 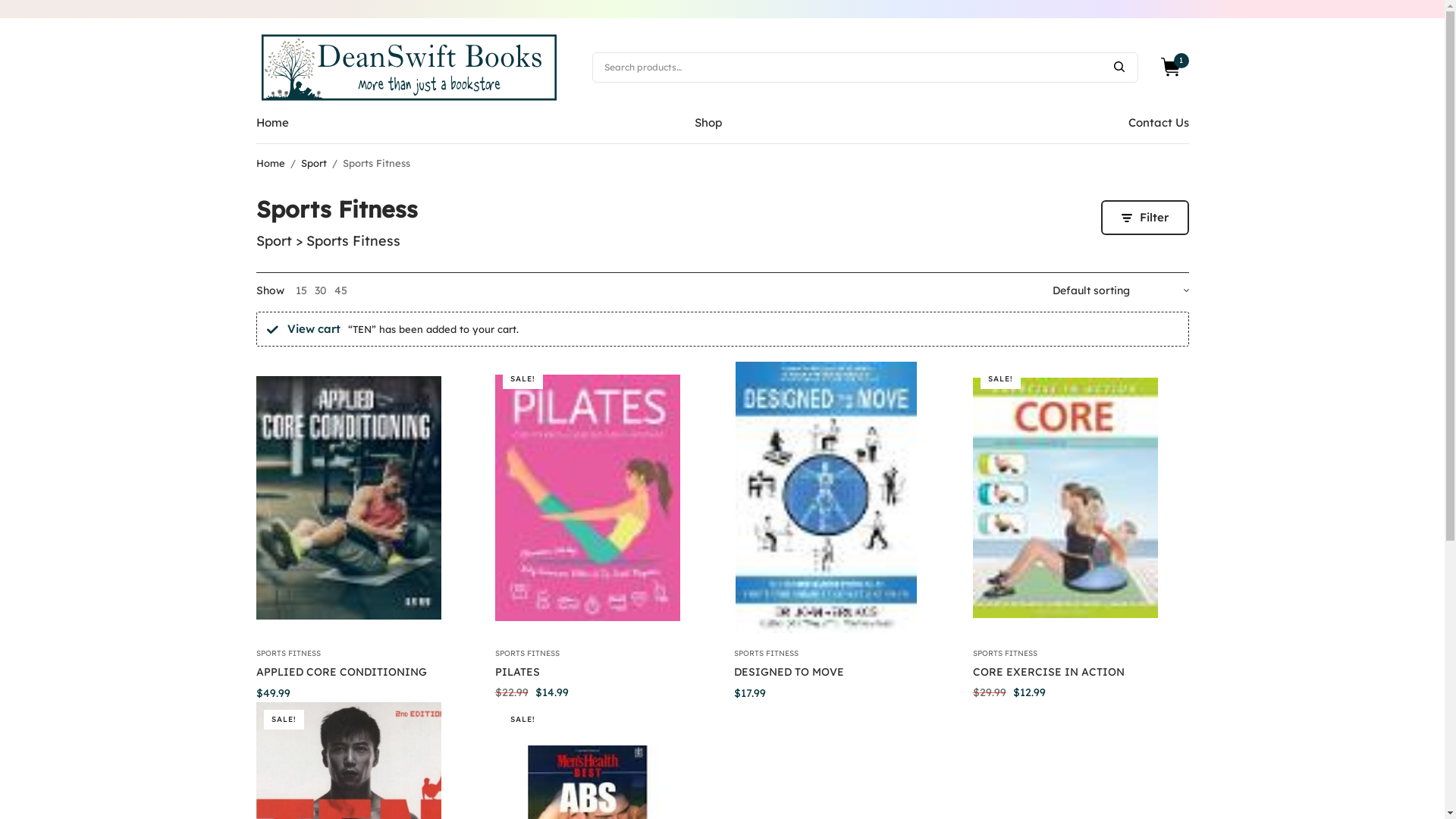 What do you see at coordinates (301, 290) in the screenshot?
I see `'15'` at bounding box center [301, 290].